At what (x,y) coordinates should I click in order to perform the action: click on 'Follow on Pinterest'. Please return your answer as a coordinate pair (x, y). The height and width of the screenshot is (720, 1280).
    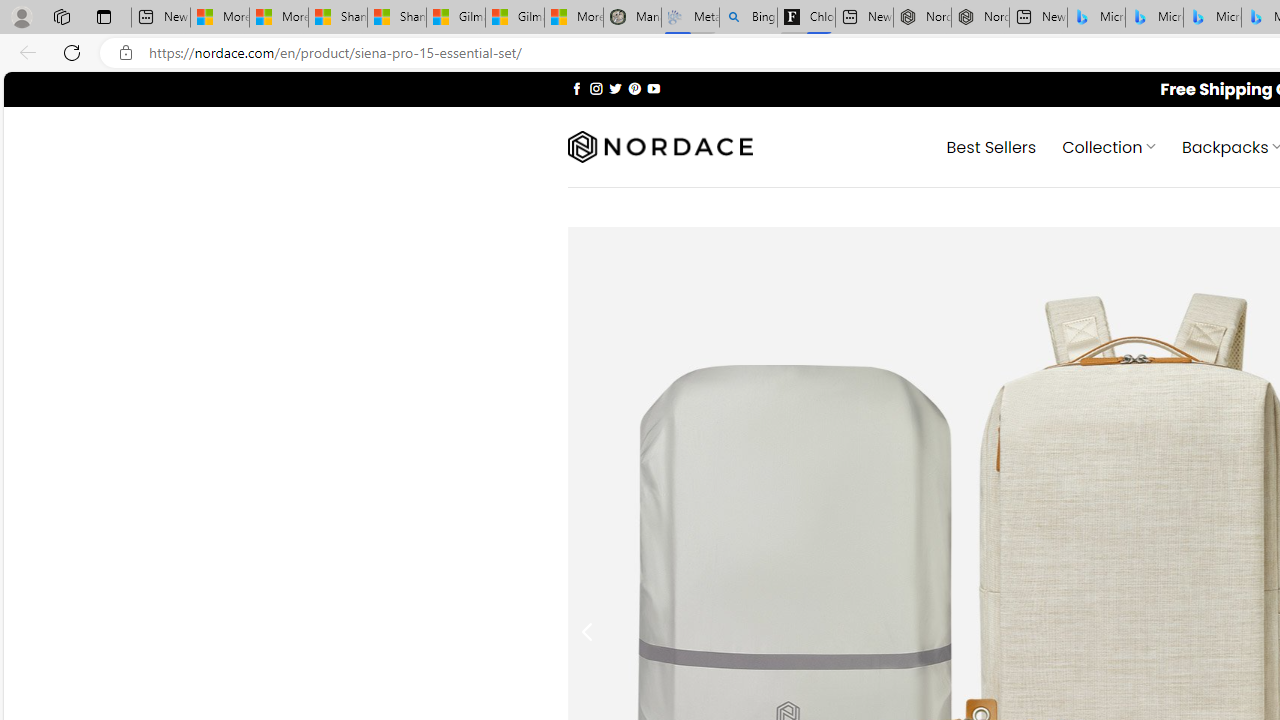
    Looking at the image, I should click on (633, 87).